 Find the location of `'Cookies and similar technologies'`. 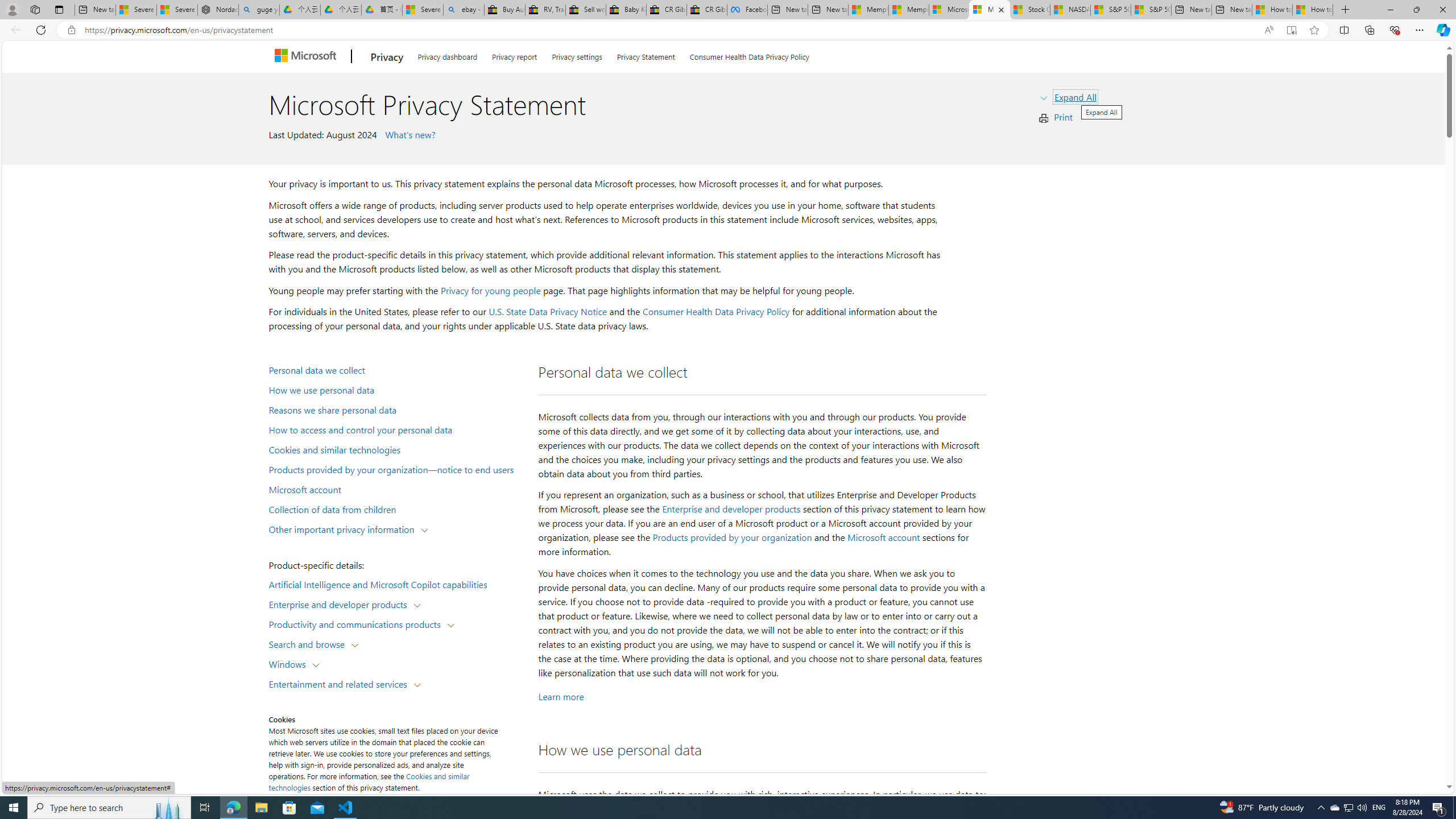

'Cookies and similar technologies' is located at coordinates (369, 780).